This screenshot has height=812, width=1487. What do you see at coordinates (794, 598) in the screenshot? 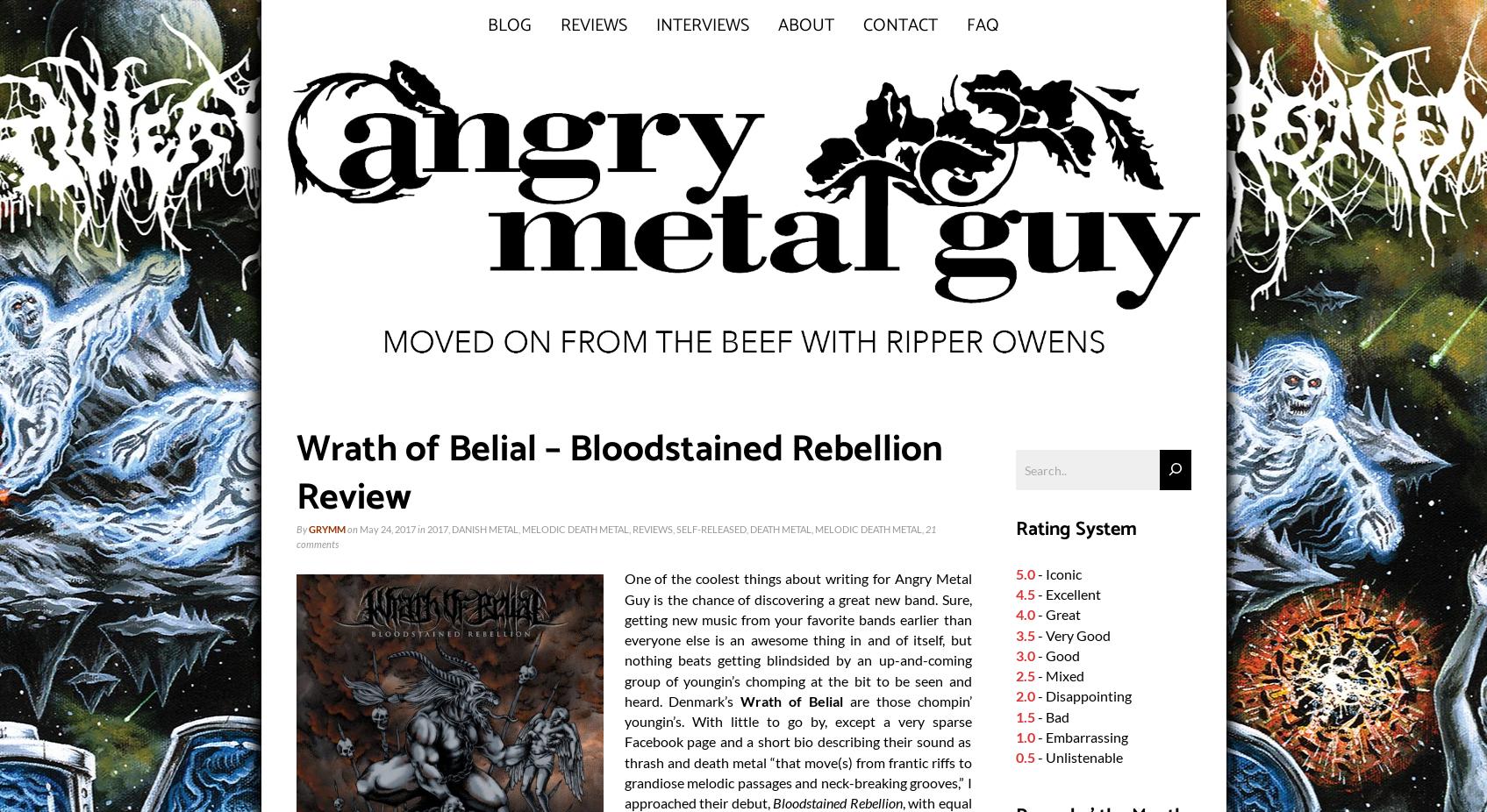
I see `'is the chance of discovering a great new band.'` at bounding box center [794, 598].